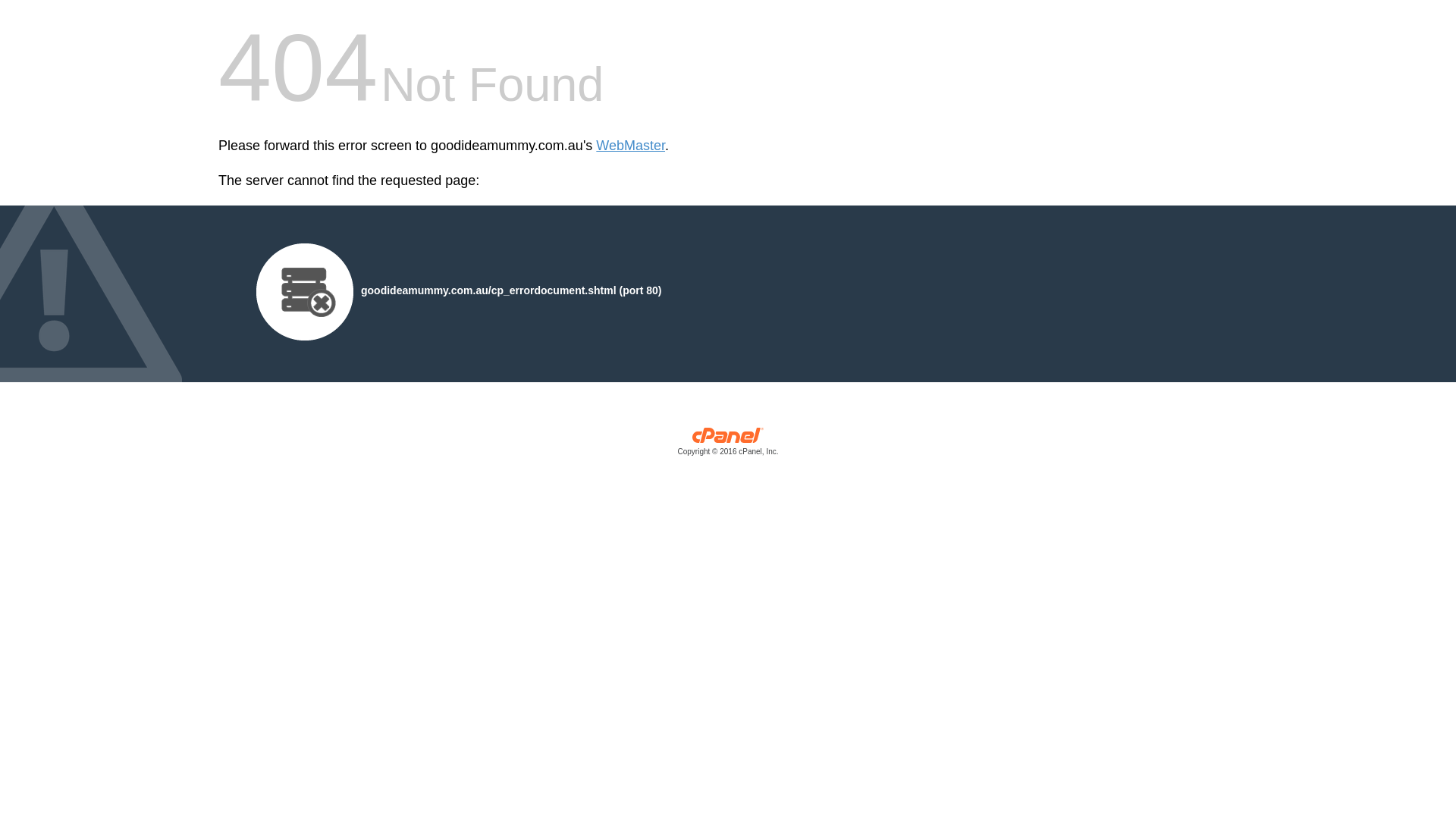 This screenshot has height=819, width=1456. Describe the element at coordinates (595, 146) in the screenshot. I see `'WebMaster'` at that location.